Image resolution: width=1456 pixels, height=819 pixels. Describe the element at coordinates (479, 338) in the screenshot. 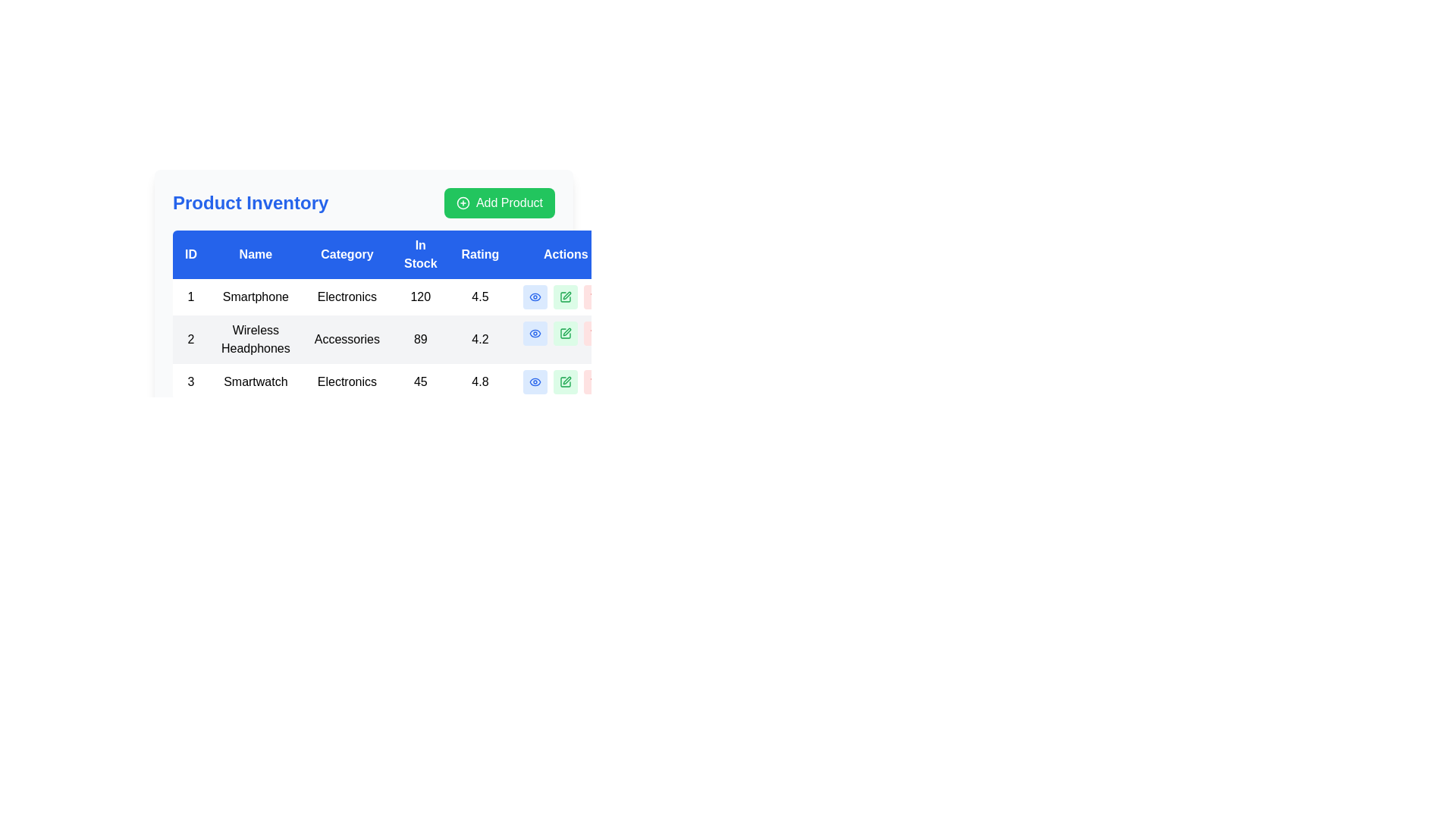

I see `the numeric value '4.2' text label in the fifth column of the second row of the table, which represents ratings` at that location.